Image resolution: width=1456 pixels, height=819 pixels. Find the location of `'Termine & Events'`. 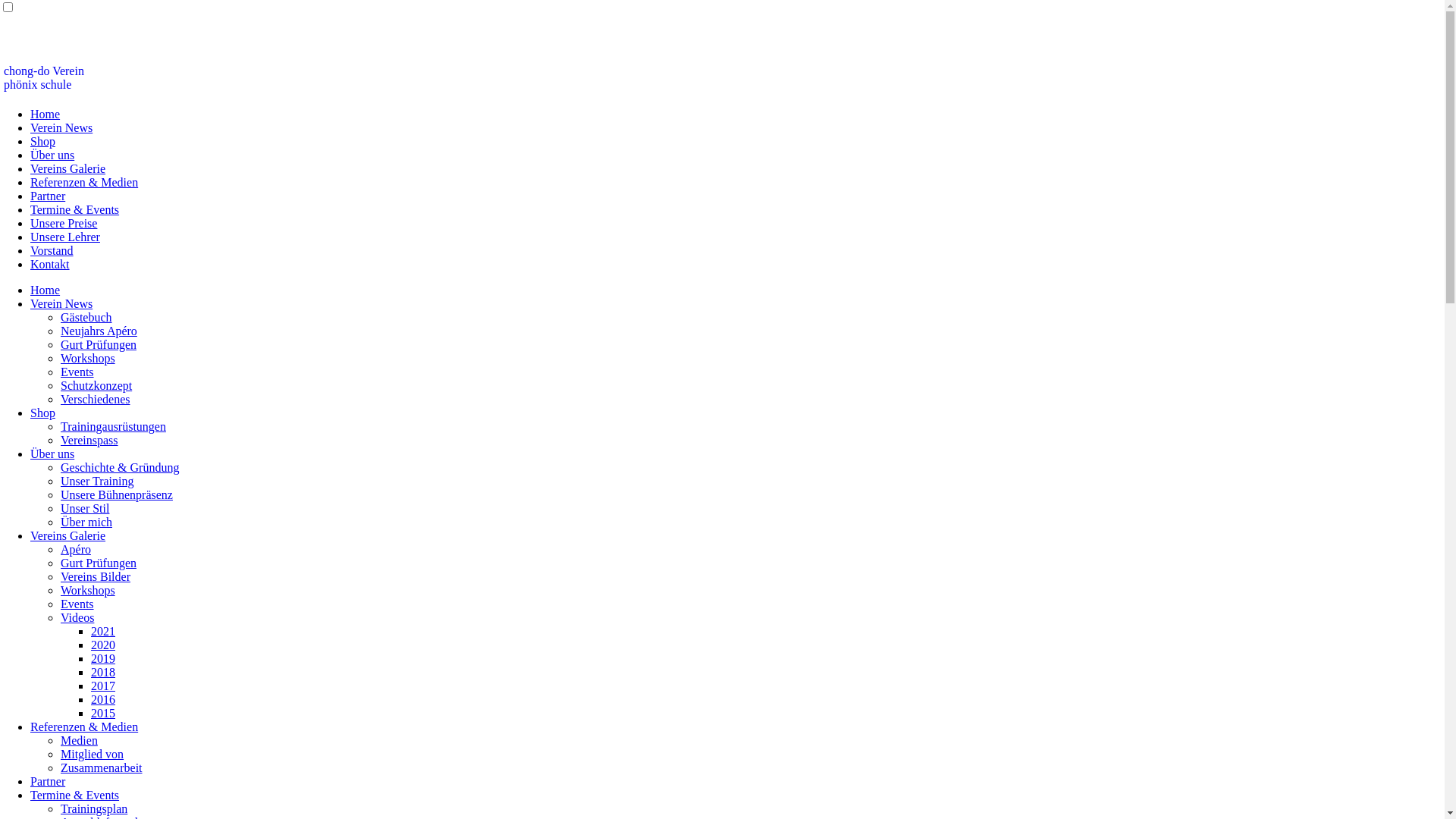

'Termine & Events' is located at coordinates (74, 794).